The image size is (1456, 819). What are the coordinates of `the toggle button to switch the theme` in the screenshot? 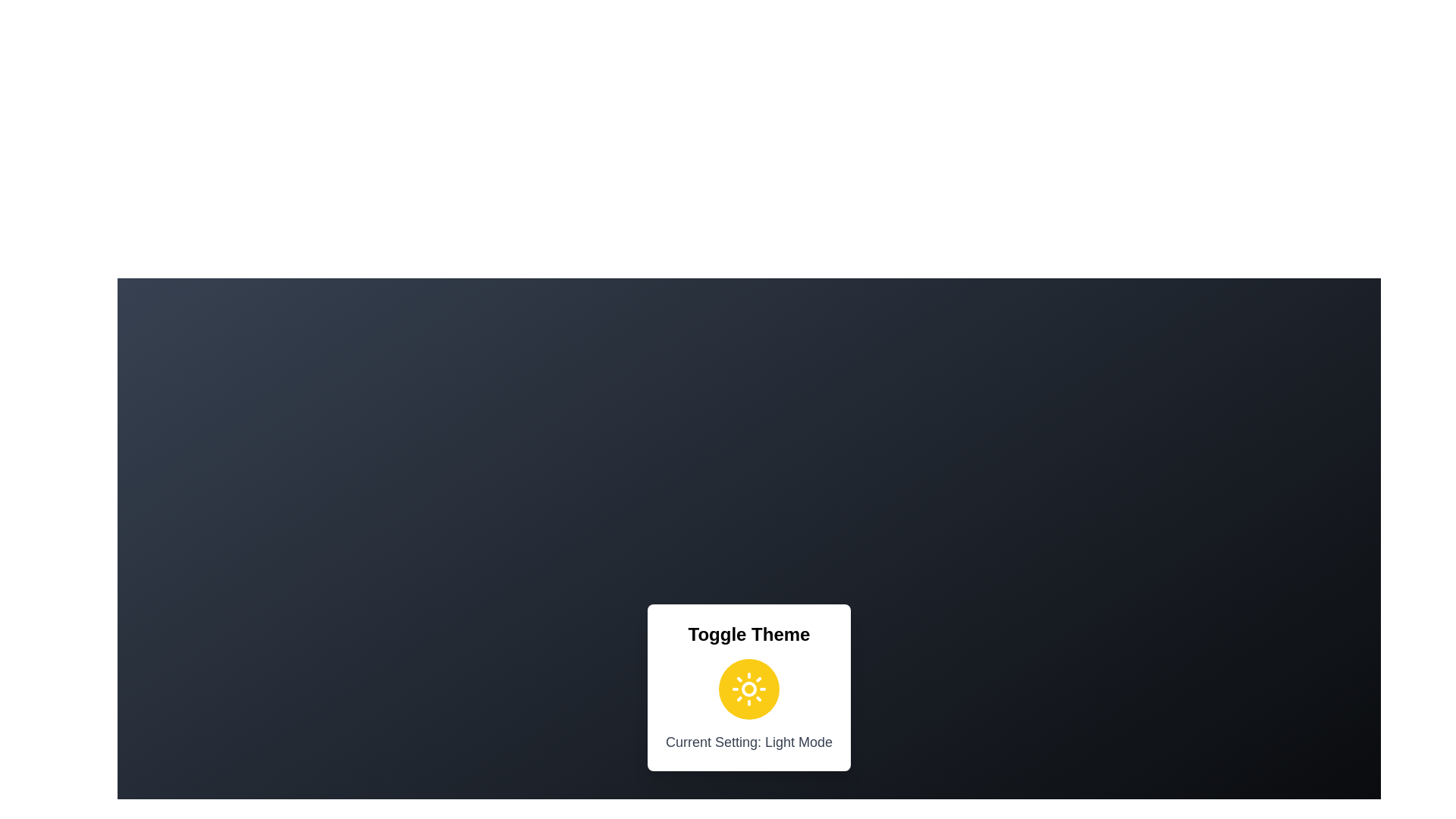 It's located at (749, 689).